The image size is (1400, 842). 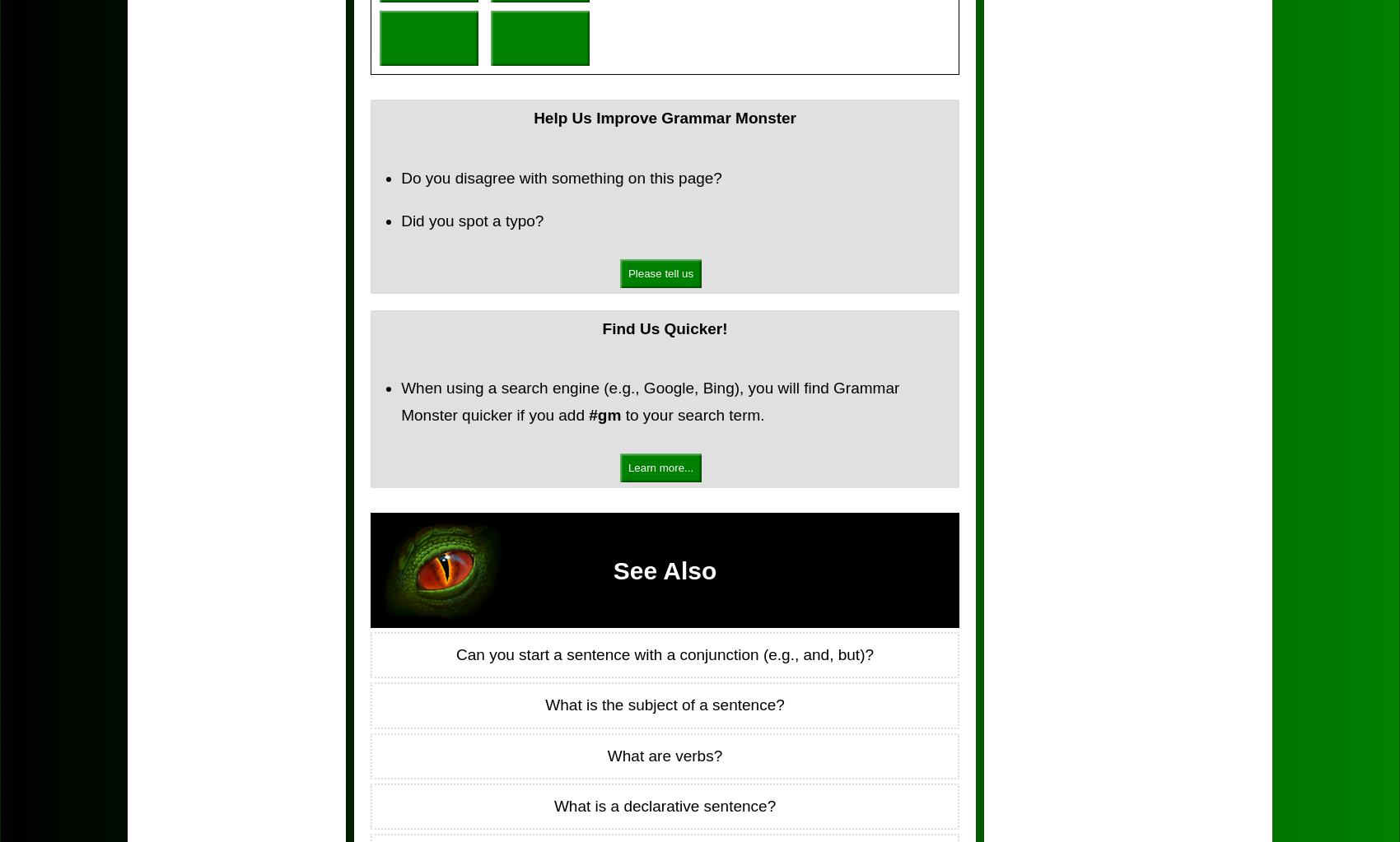 I want to click on 'See Also', so click(x=663, y=569).